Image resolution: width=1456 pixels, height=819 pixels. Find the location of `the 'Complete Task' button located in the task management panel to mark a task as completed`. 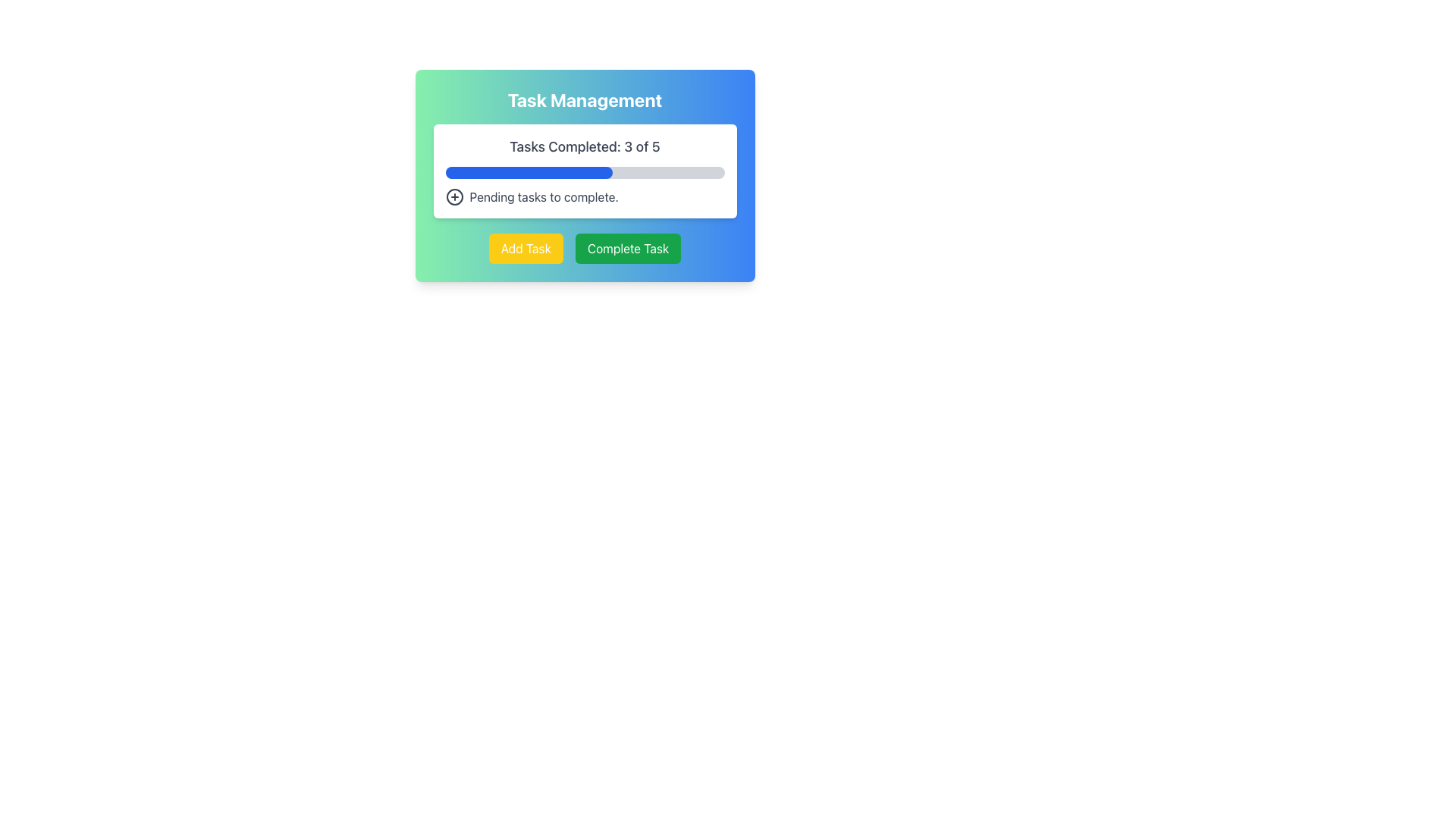

the 'Complete Task' button located in the task management panel to mark a task as completed is located at coordinates (584, 247).